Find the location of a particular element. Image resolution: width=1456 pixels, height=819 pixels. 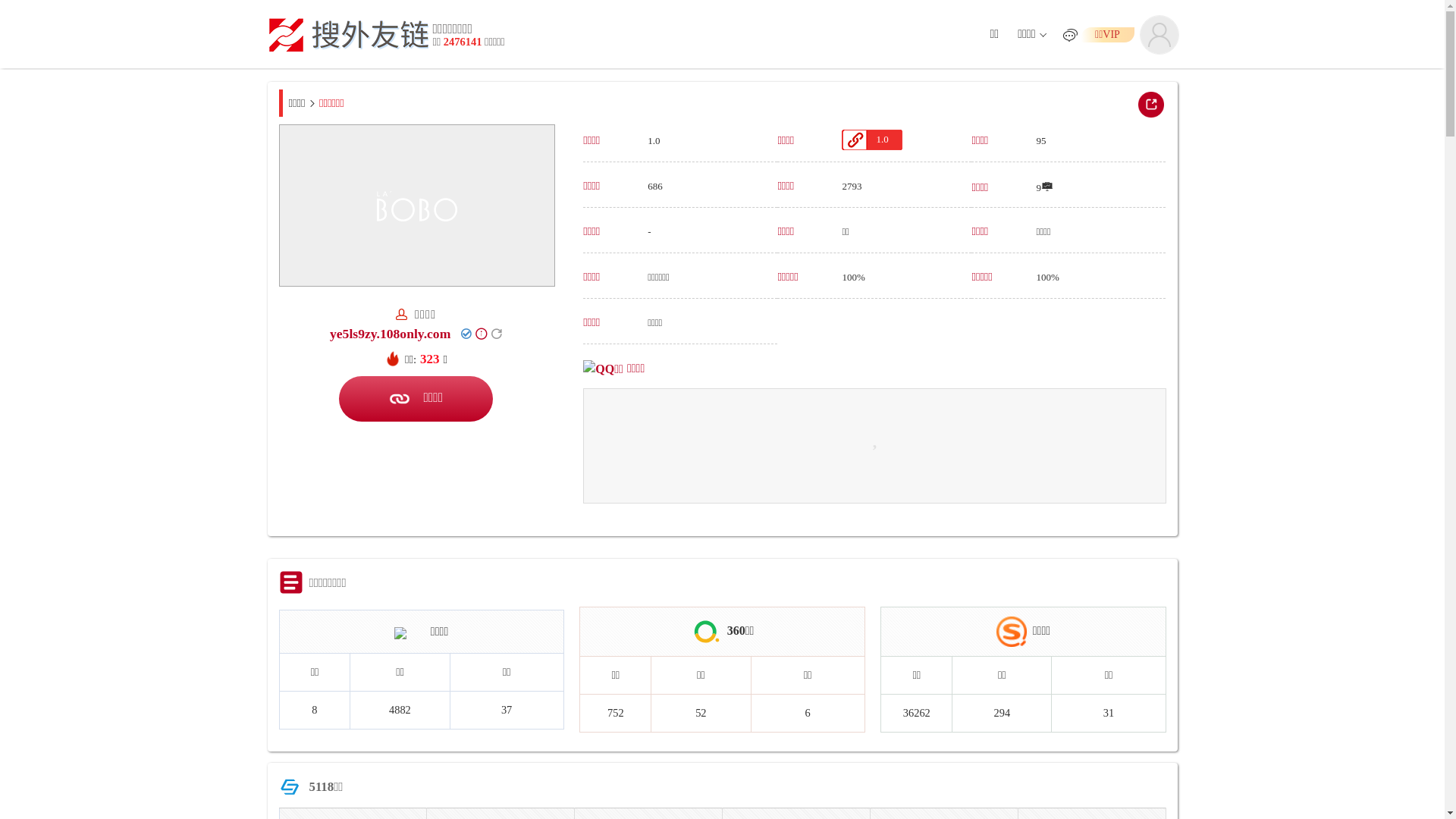

'ye5ls9zy.108only.com' is located at coordinates (329, 332).